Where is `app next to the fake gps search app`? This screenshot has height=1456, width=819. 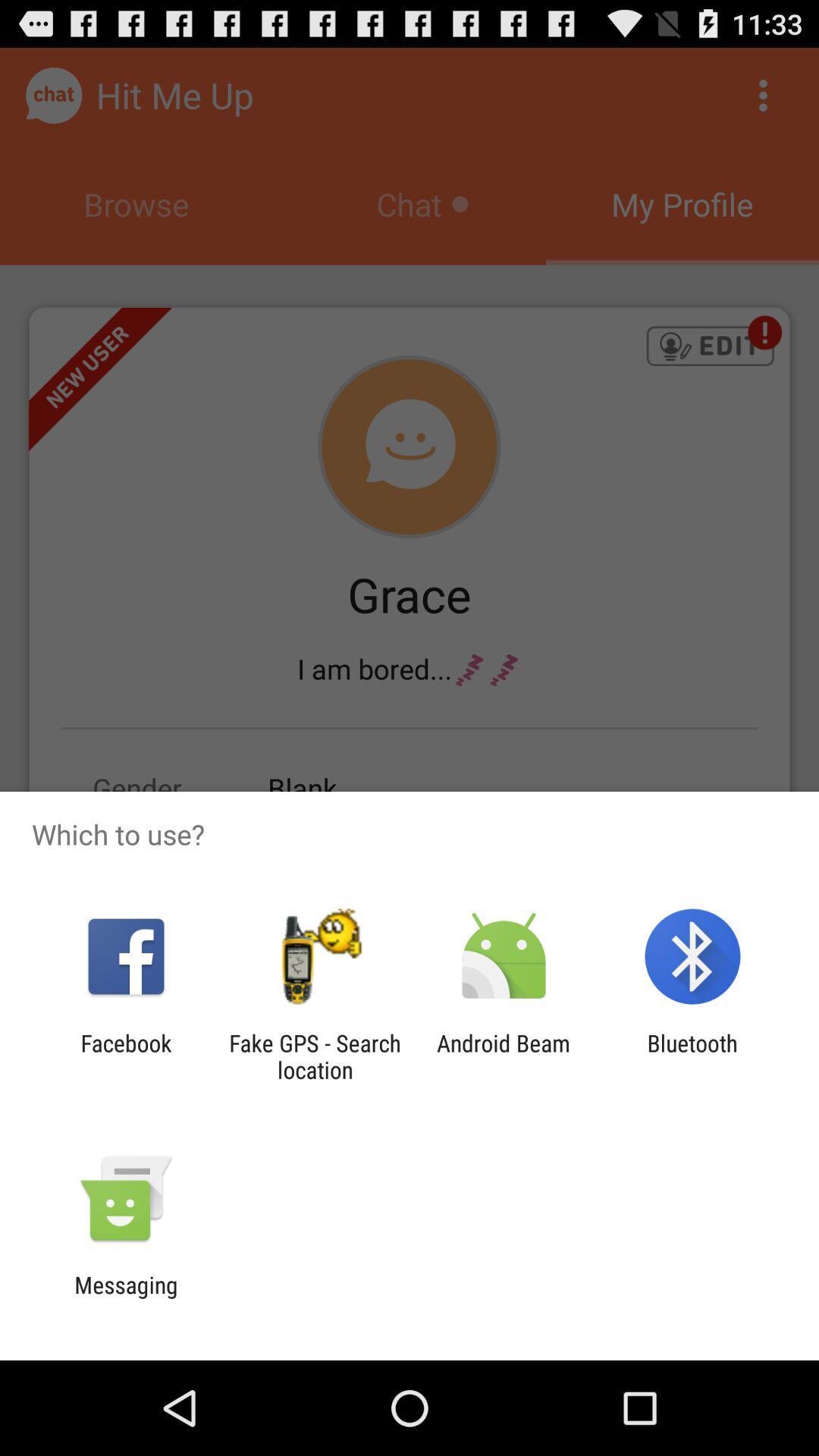 app next to the fake gps search app is located at coordinates (504, 1056).